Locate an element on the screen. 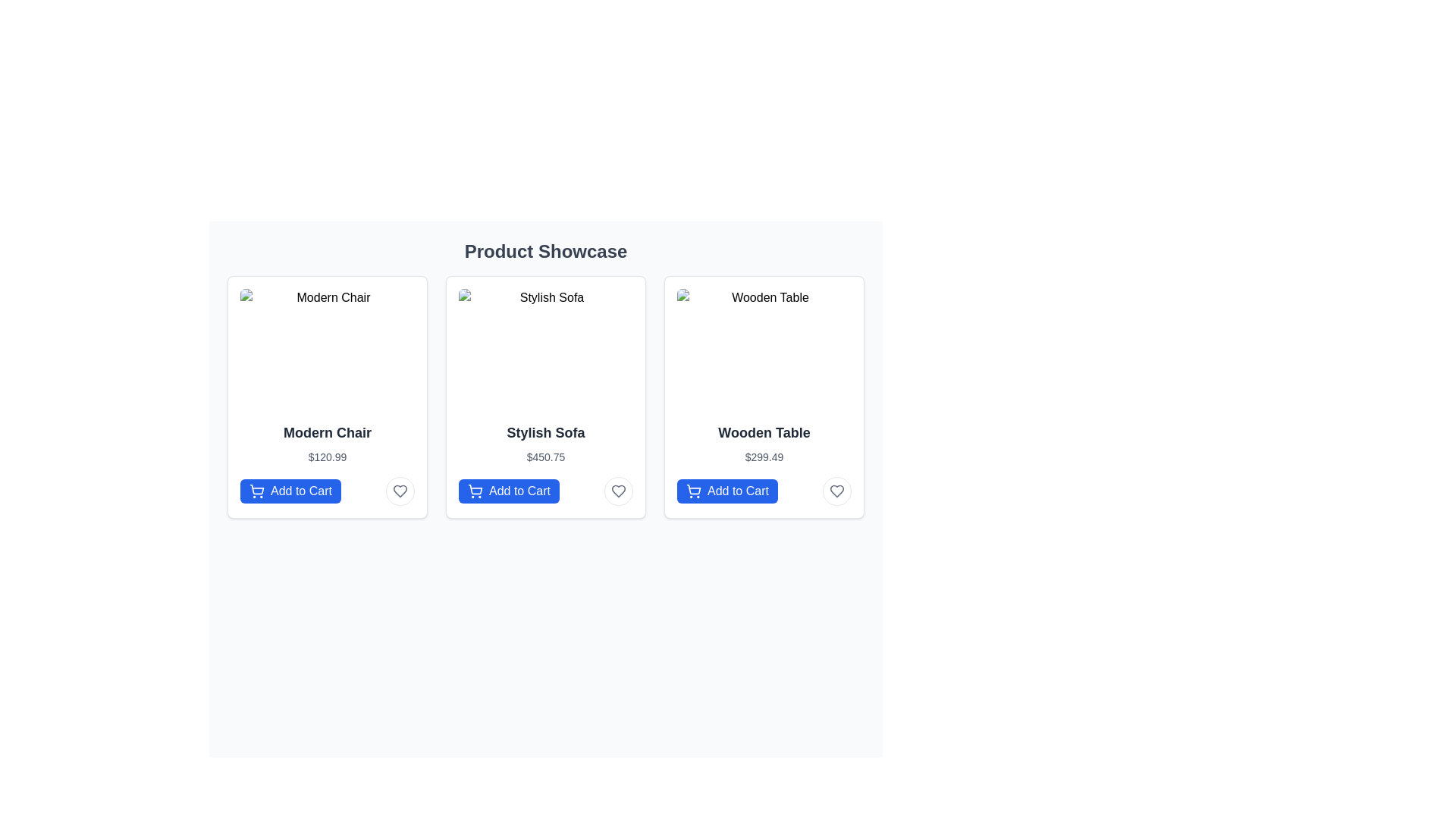 The width and height of the screenshot is (1456, 819). product title displayed in the second card of the product showcase, which is centrally located below the sofa image and above the price information is located at coordinates (546, 432).